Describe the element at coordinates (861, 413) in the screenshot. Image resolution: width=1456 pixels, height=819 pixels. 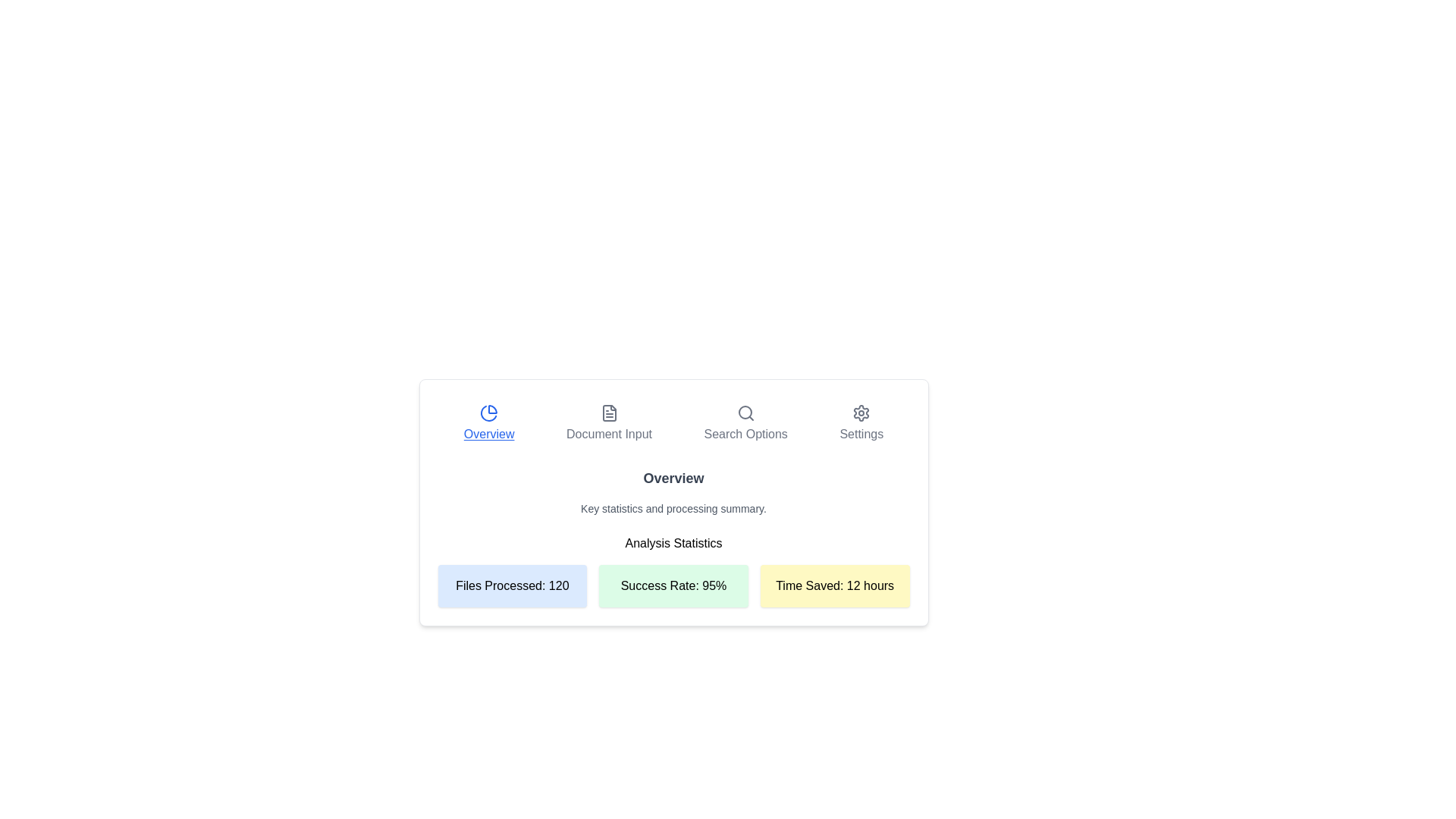
I see `the gear-shaped icon located in the menu bar at the top section of the card interface` at that location.